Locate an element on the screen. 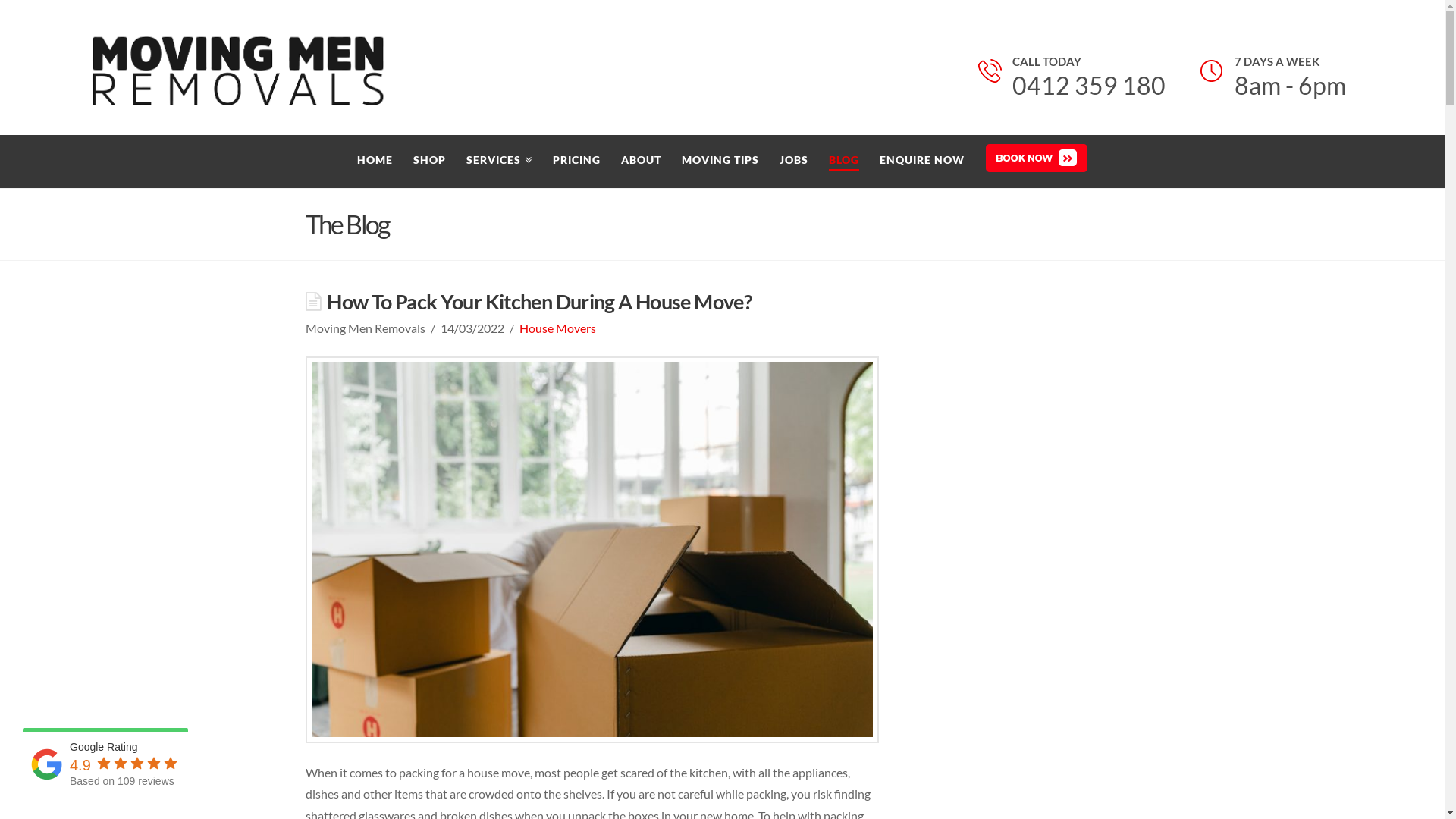 This screenshot has width=1456, height=819. 'JOBS' is located at coordinates (792, 161).